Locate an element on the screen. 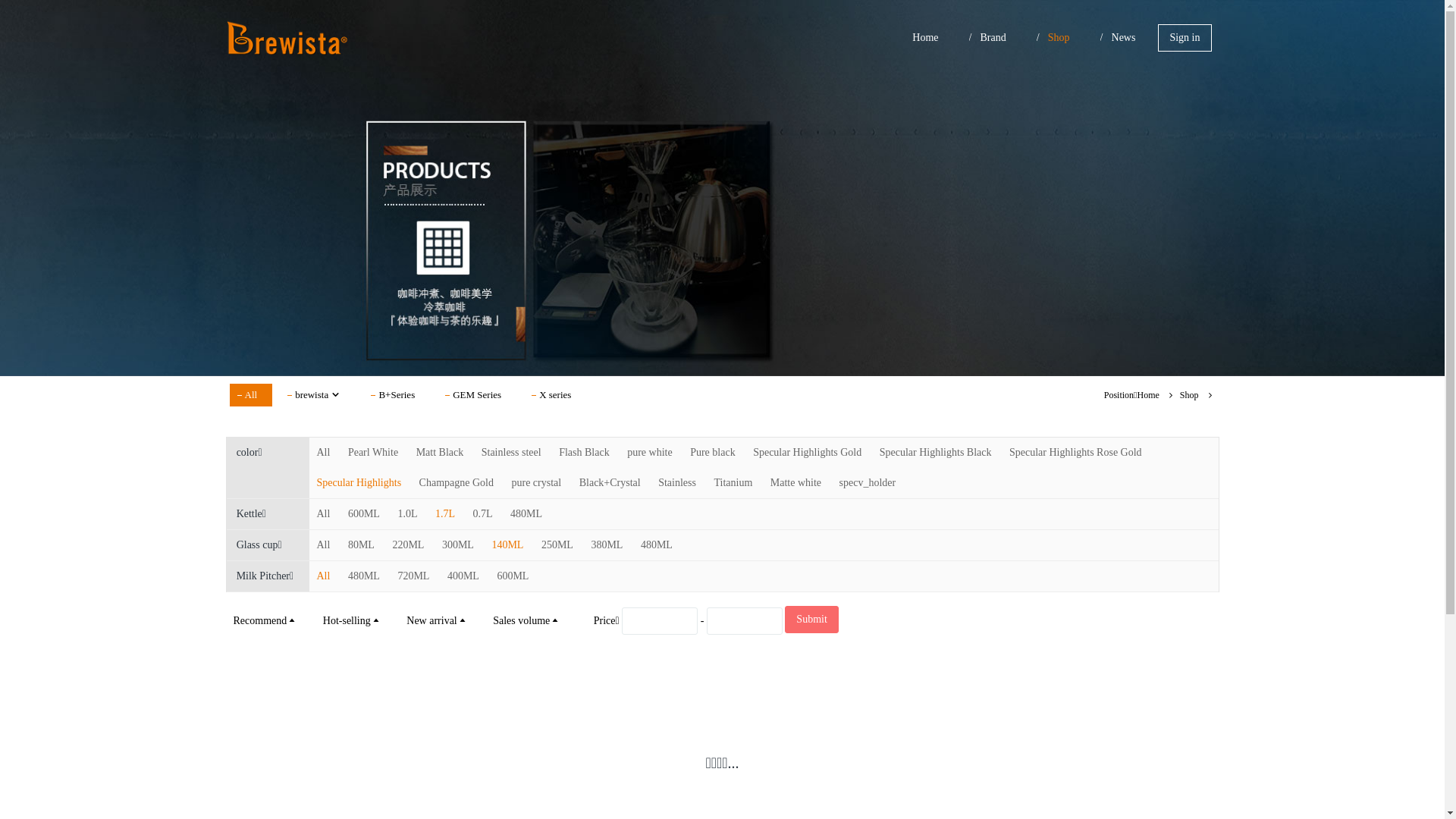 The height and width of the screenshot is (819, 1456). 'Shop' is located at coordinates (1188, 394).